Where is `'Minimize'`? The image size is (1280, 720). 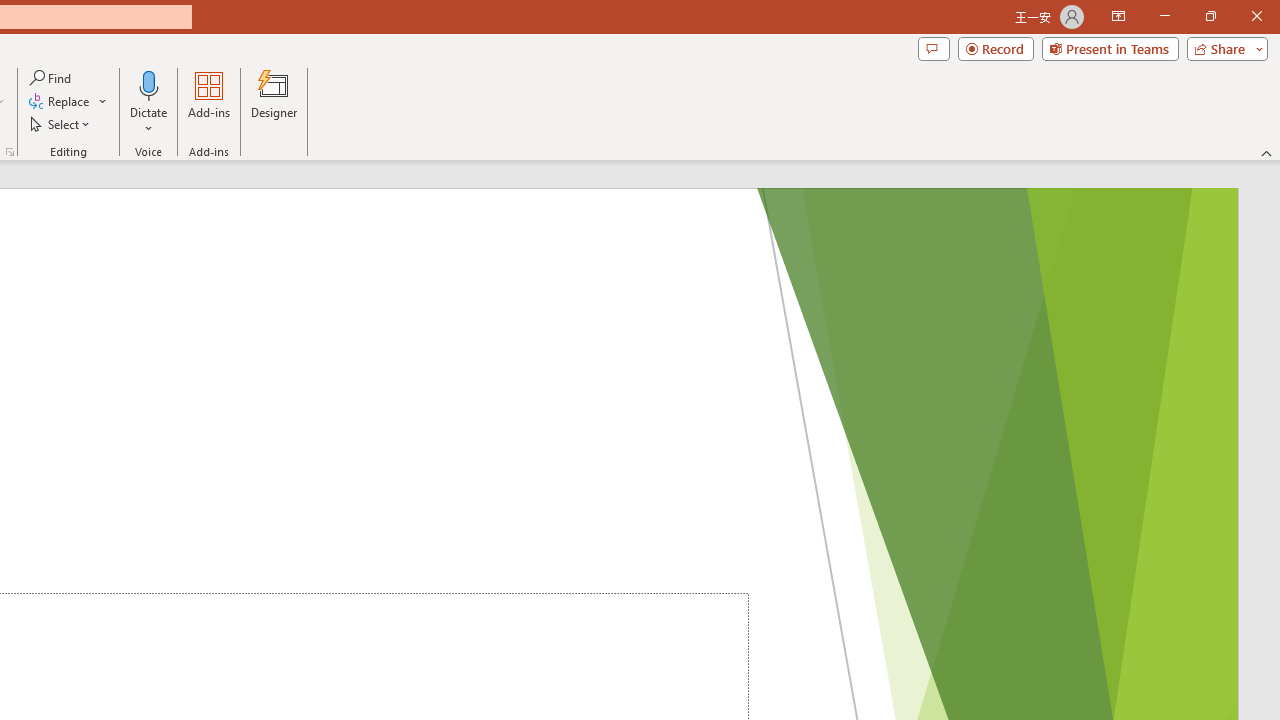
'Minimize' is located at coordinates (1164, 16).